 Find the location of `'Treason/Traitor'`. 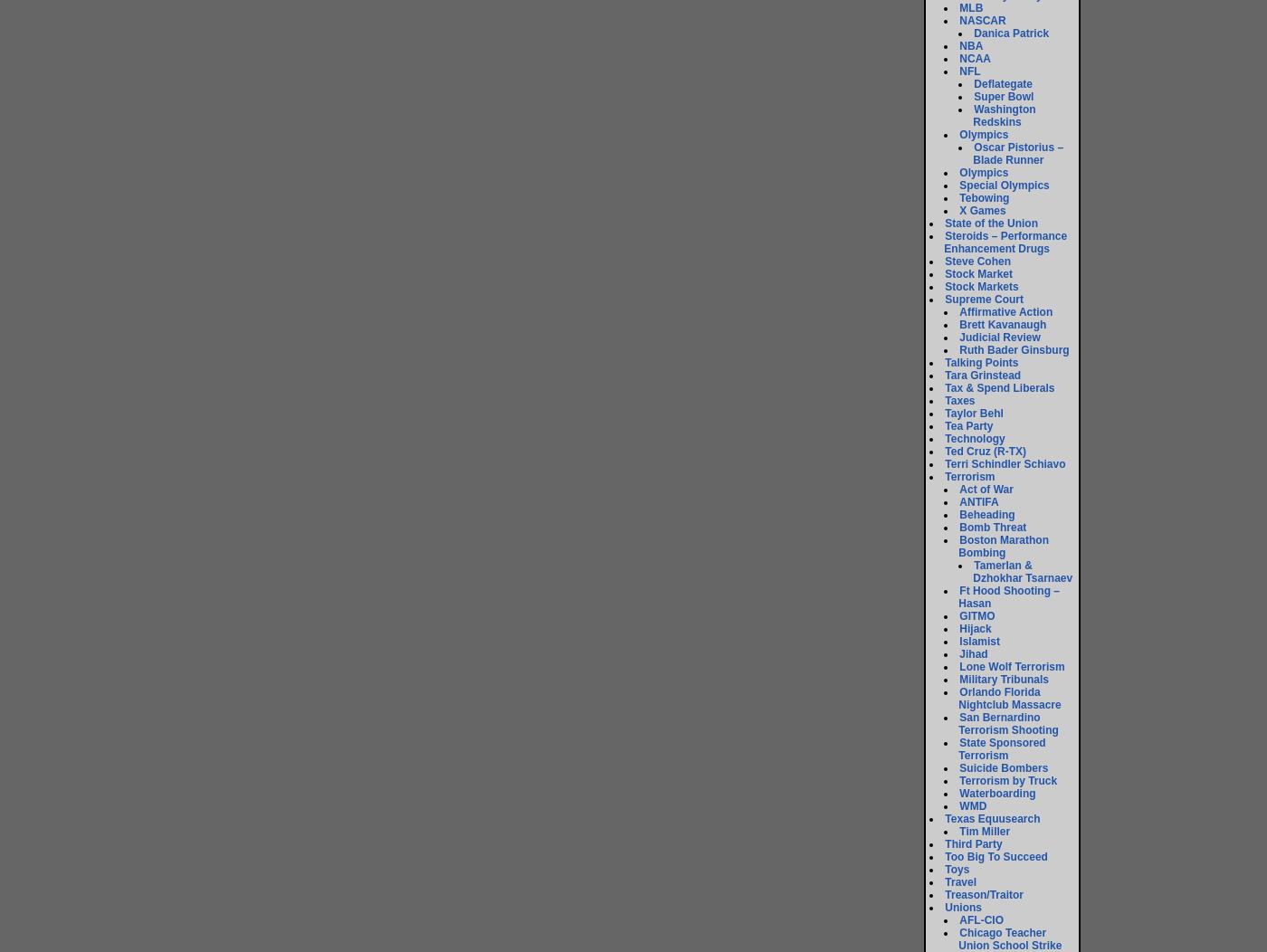

'Treason/Traitor' is located at coordinates (984, 894).